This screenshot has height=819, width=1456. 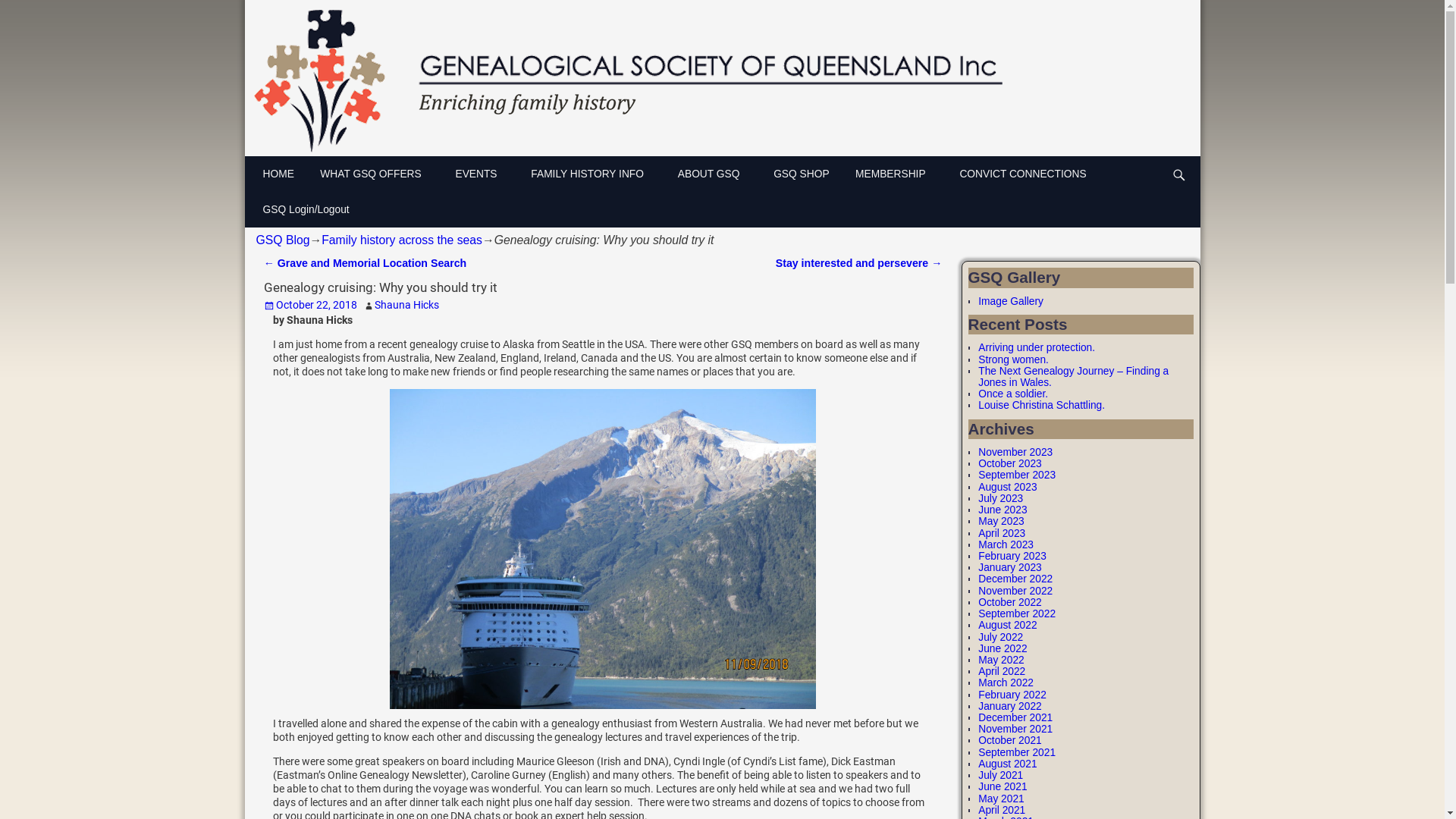 What do you see at coordinates (1016, 752) in the screenshot?
I see `'September 2021'` at bounding box center [1016, 752].